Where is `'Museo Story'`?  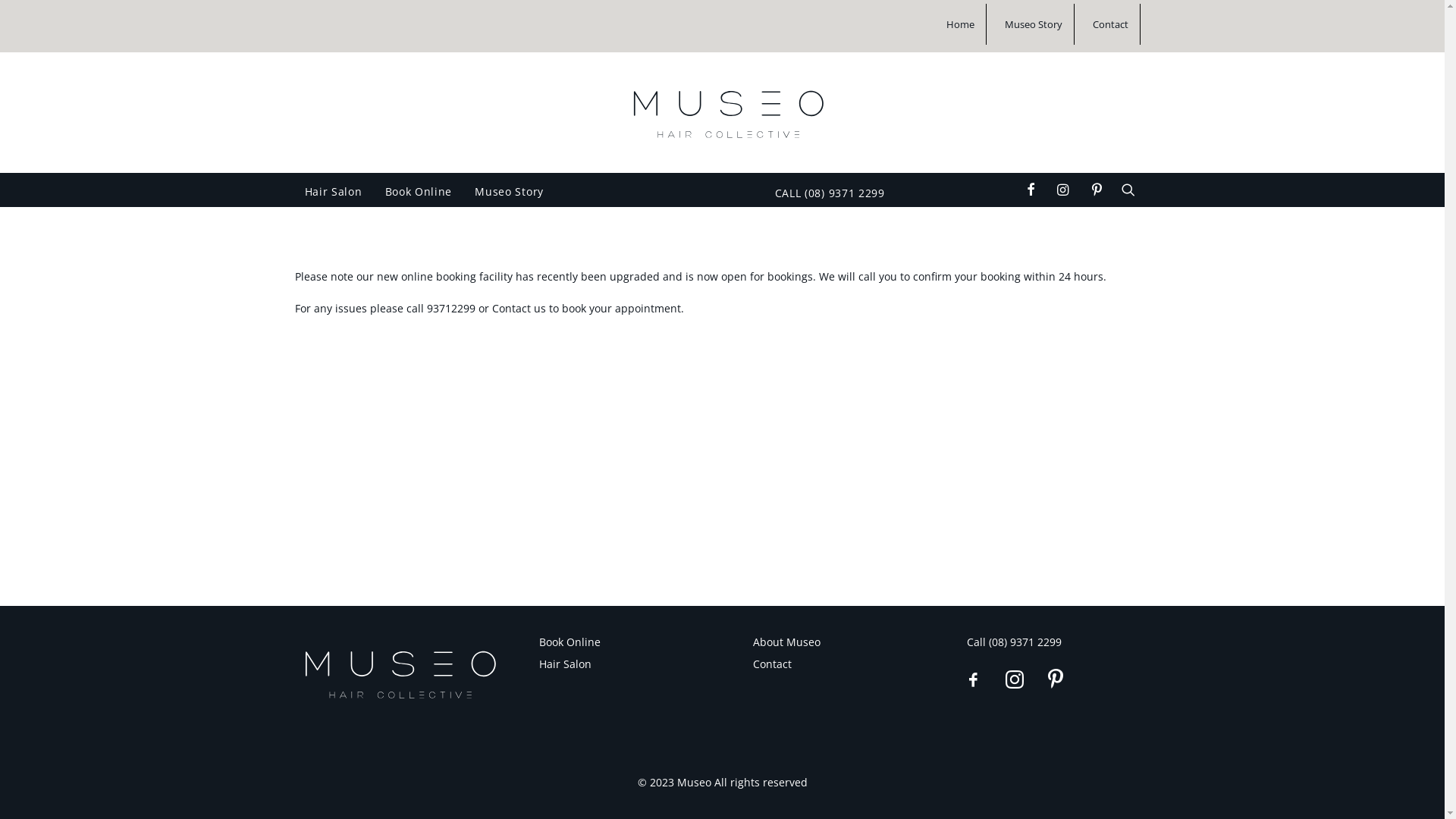 'Museo Story' is located at coordinates (1031, 24).